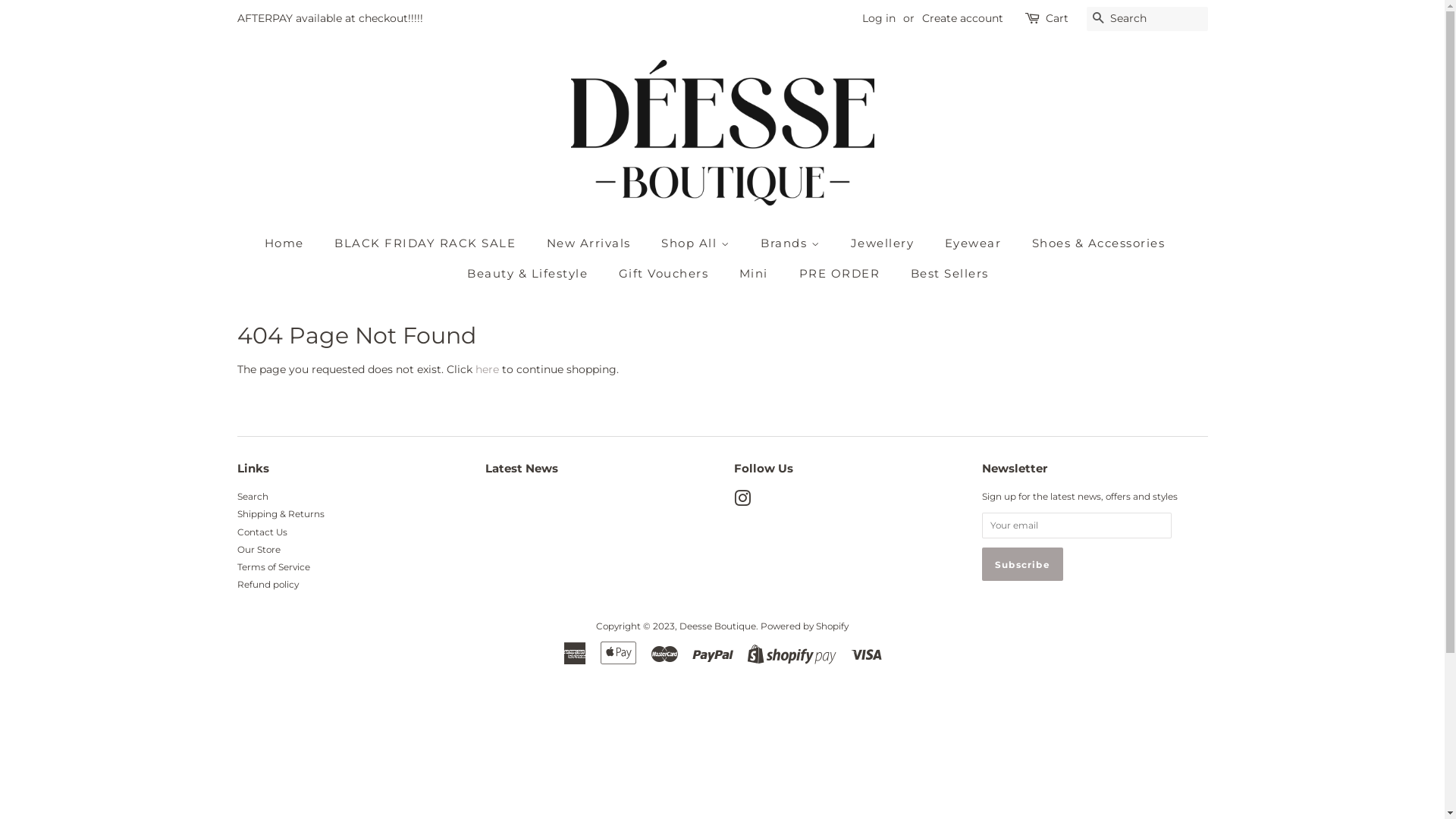  I want to click on 'Refund policy', so click(267, 583).